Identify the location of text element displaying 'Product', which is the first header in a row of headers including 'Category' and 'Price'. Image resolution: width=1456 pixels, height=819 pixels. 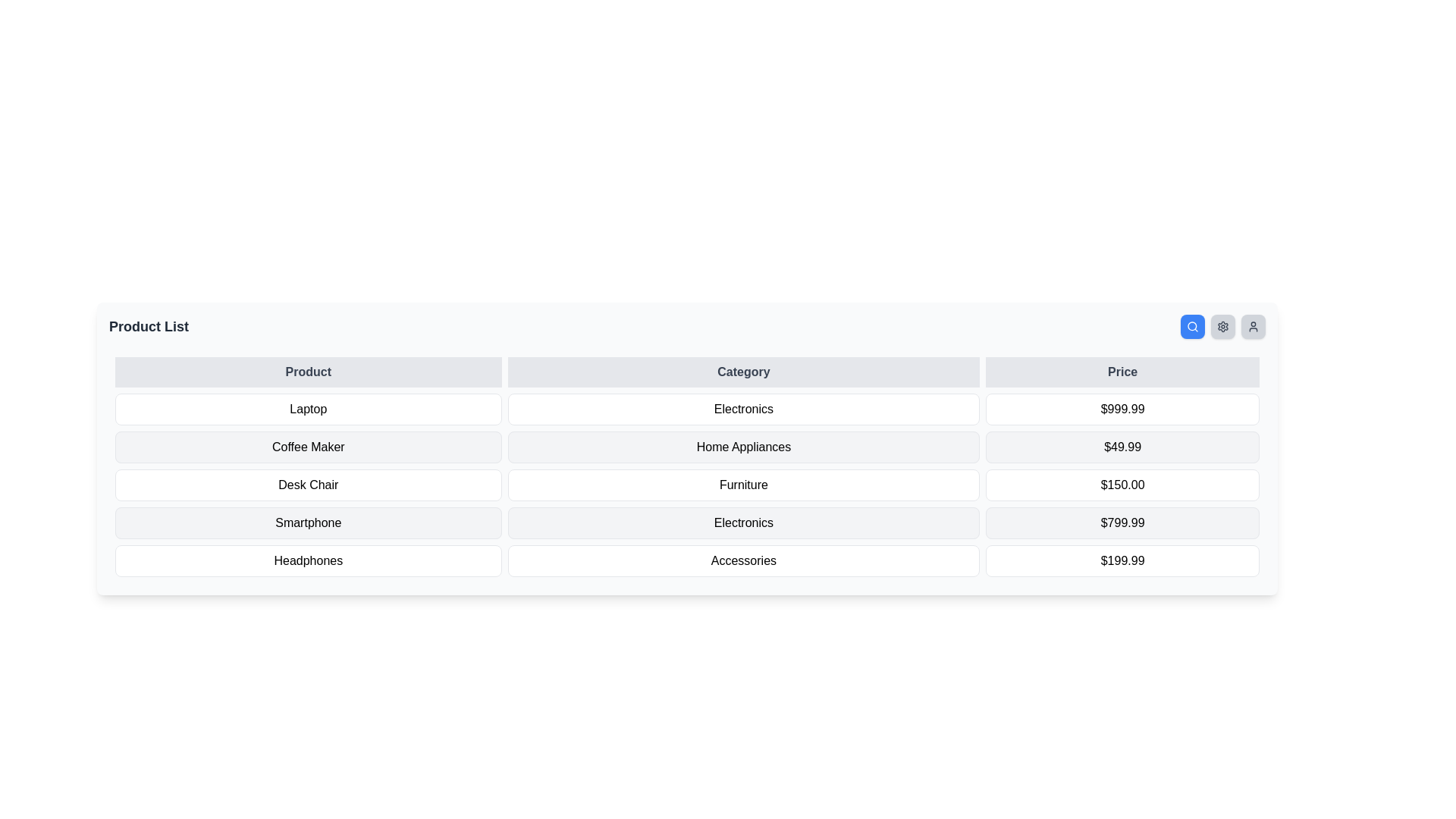
(307, 372).